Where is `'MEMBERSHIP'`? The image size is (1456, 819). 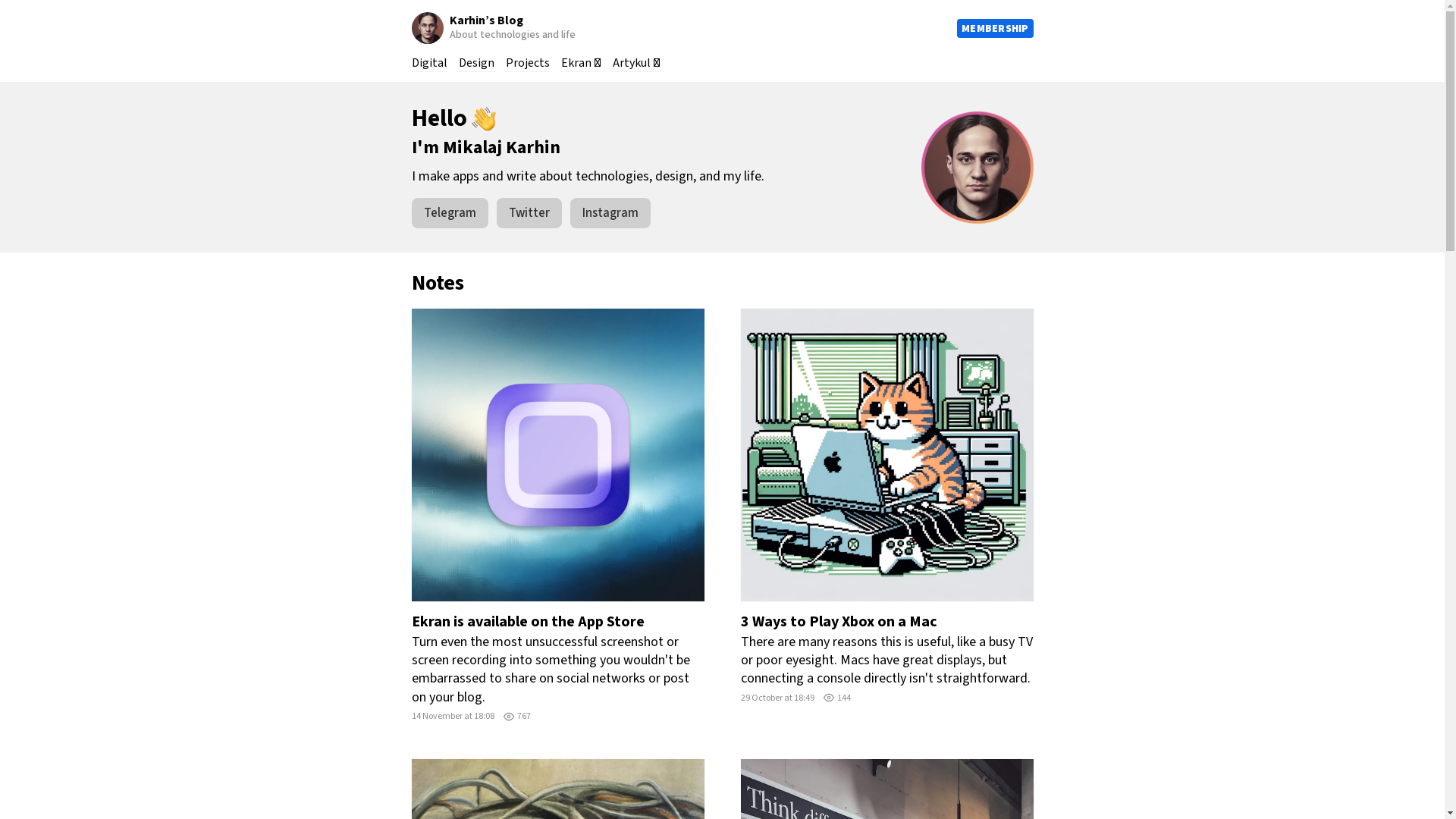
'MEMBERSHIP' is located at coordinates (995, 27).